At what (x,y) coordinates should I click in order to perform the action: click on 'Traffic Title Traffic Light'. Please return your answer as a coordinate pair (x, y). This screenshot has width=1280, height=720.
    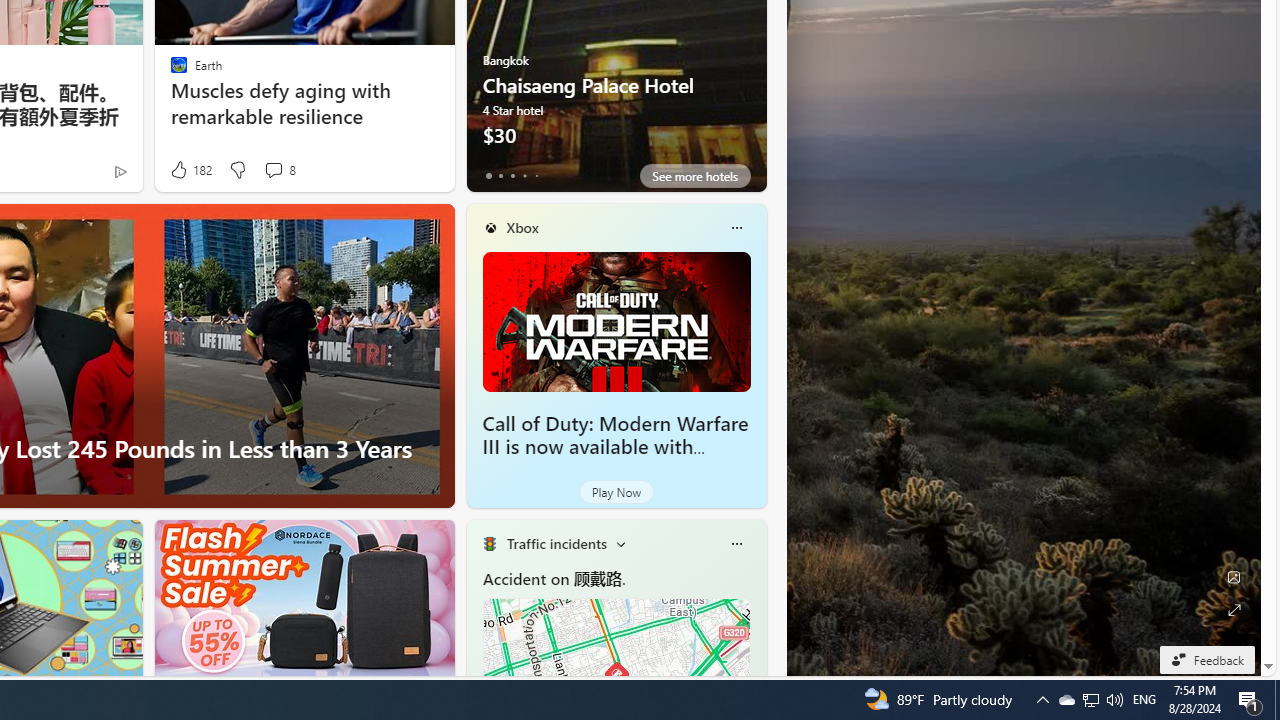
    Looking at the image, I should click on (489, 543).